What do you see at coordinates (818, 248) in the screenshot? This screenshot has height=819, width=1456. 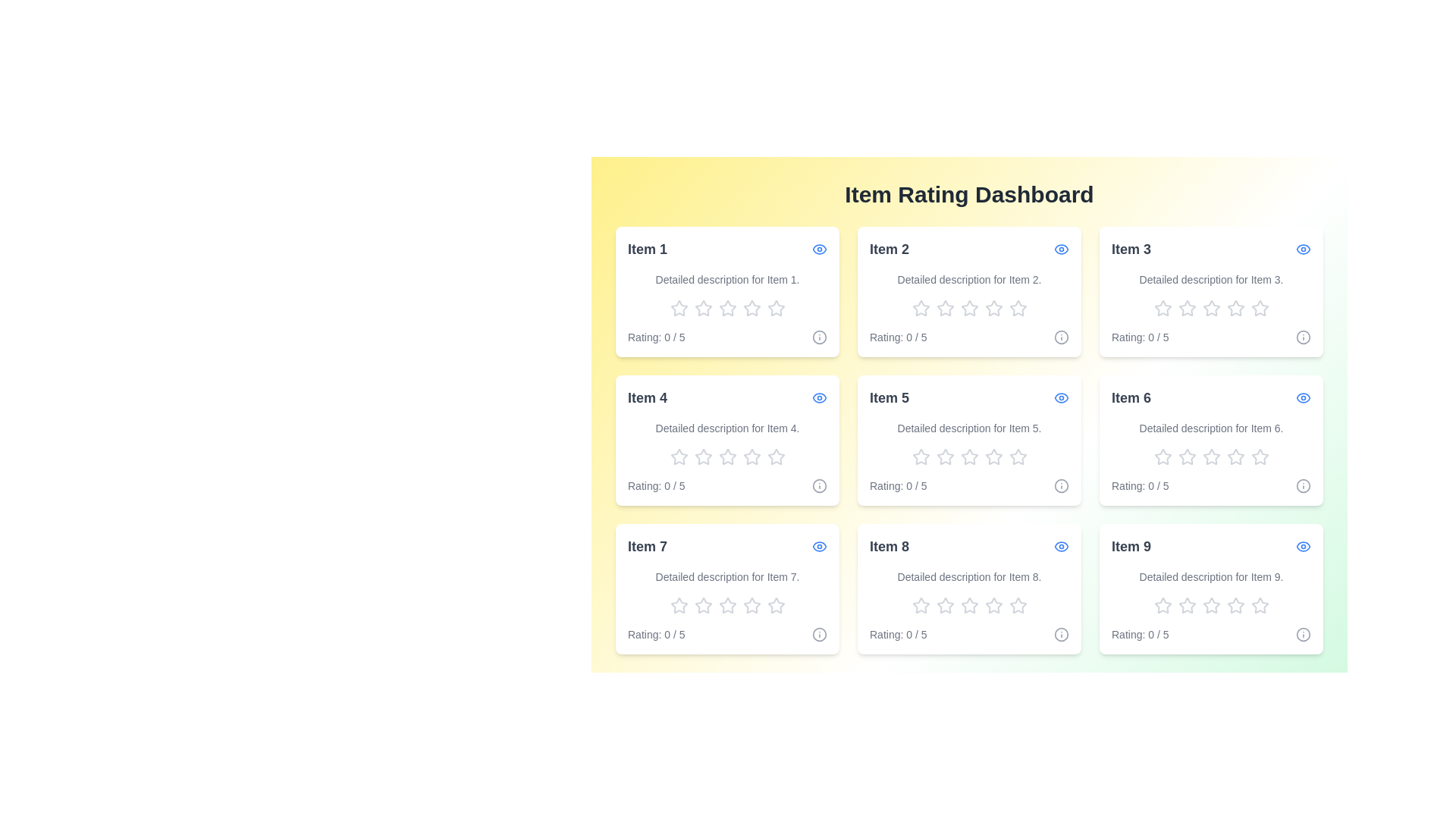 I see `the eye icon to view additional details for the selected item` at bounding box center [818, 248].